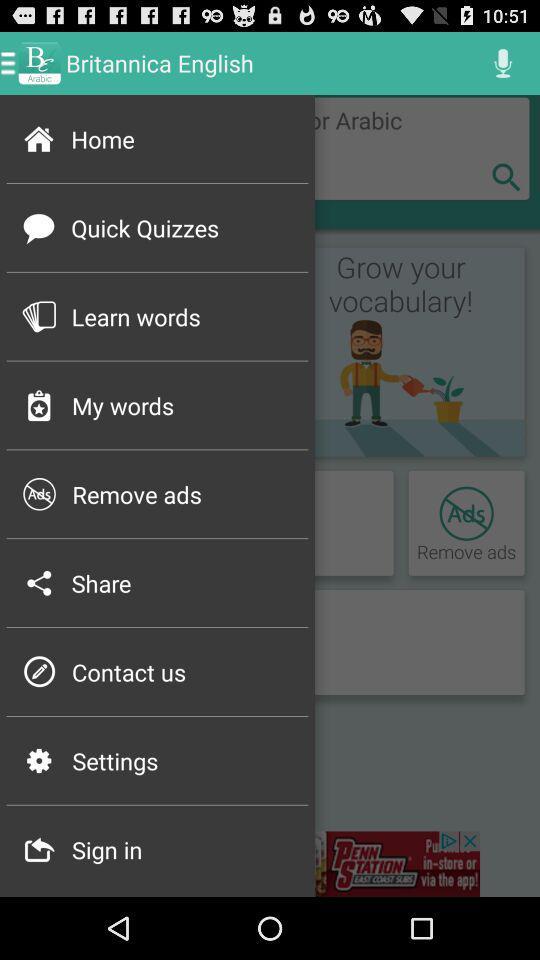  Describe the element at coordinates (270, 863) in the screenshot. I see `sign in option` at that location.